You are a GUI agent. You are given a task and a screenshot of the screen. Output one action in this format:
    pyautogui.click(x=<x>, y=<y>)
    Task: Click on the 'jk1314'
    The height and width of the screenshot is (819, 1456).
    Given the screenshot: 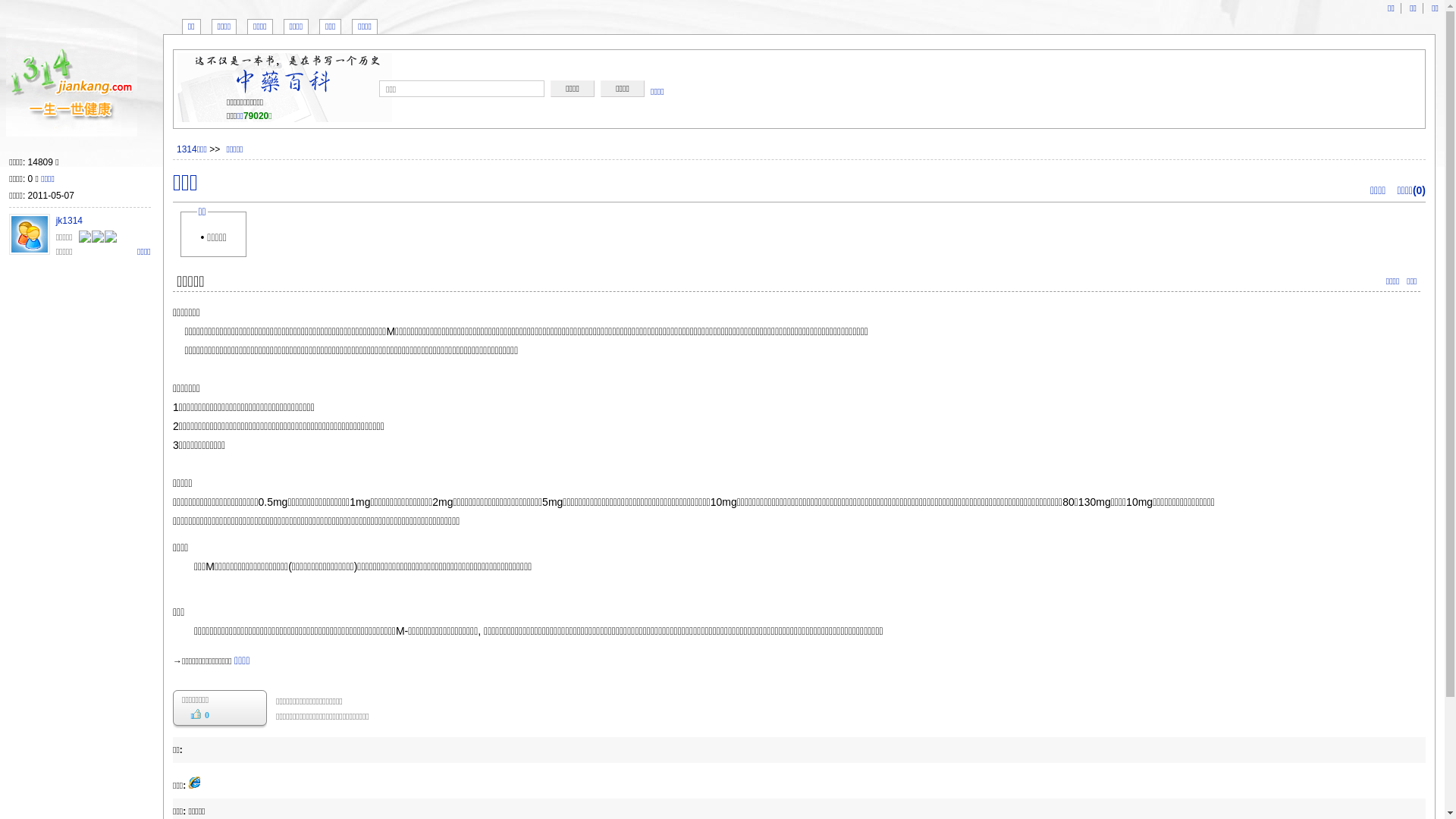 What is the action you would take?
    pyautogui.click(x=29, y=234)
    